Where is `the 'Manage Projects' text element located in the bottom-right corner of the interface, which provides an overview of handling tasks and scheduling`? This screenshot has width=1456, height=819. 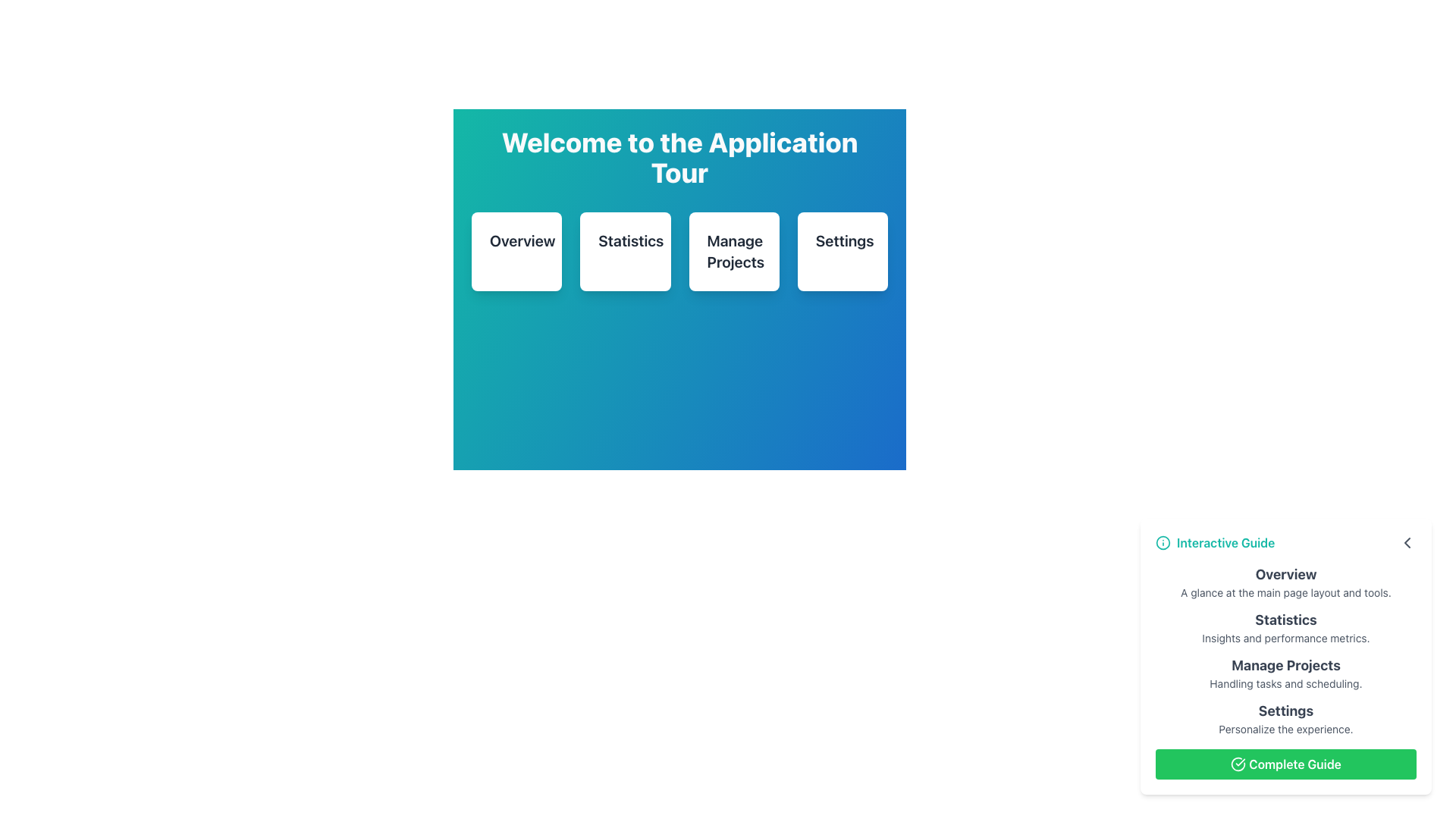 the 'Manage Projects' text element located in the bottom-right corner of the interface, which provides an overview of handling tasks and scheduling is located at coordinates (1285, 649).